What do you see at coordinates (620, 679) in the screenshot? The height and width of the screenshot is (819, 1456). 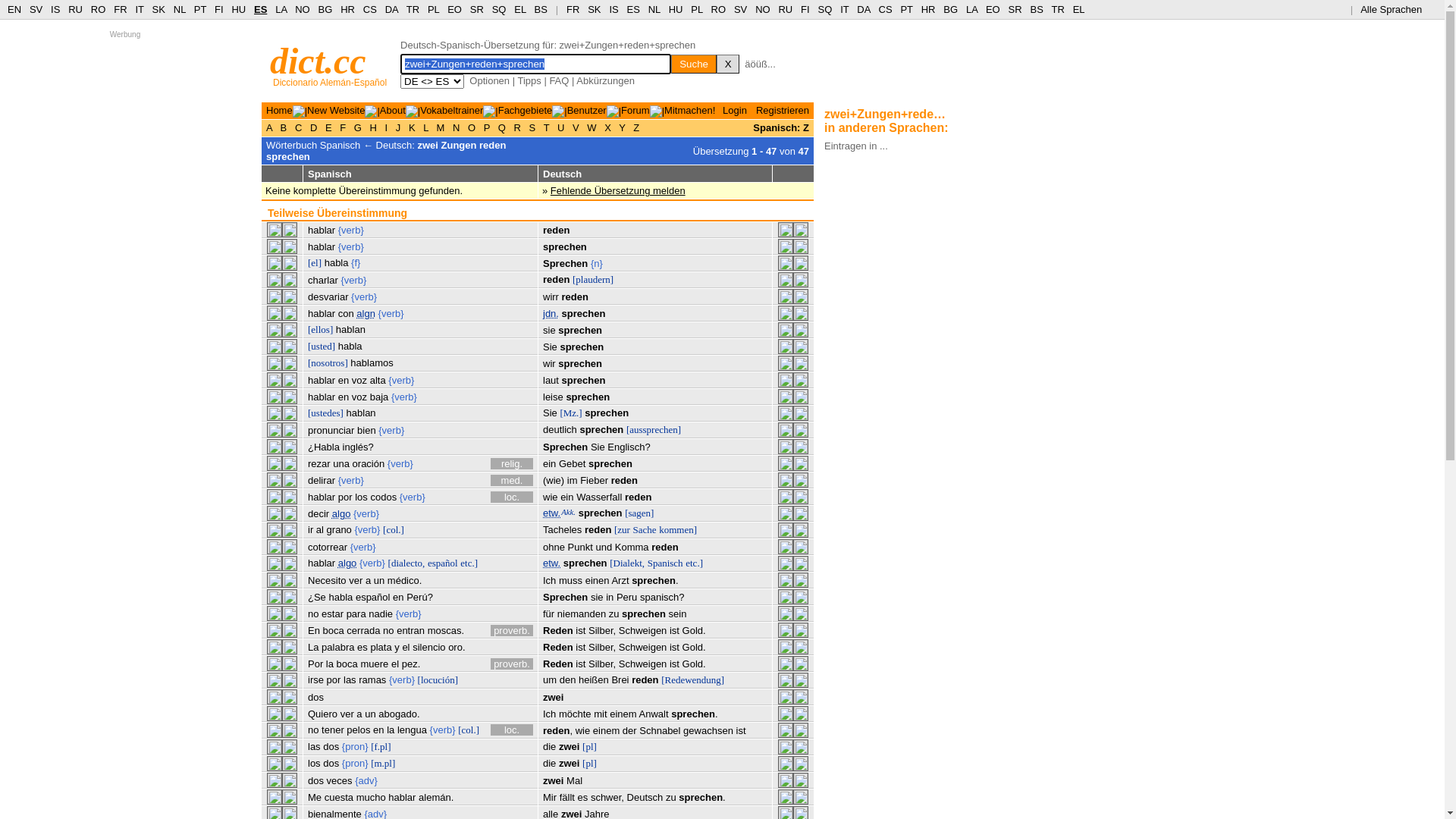 I see `'Brei'` at bounding box center [620, 679].